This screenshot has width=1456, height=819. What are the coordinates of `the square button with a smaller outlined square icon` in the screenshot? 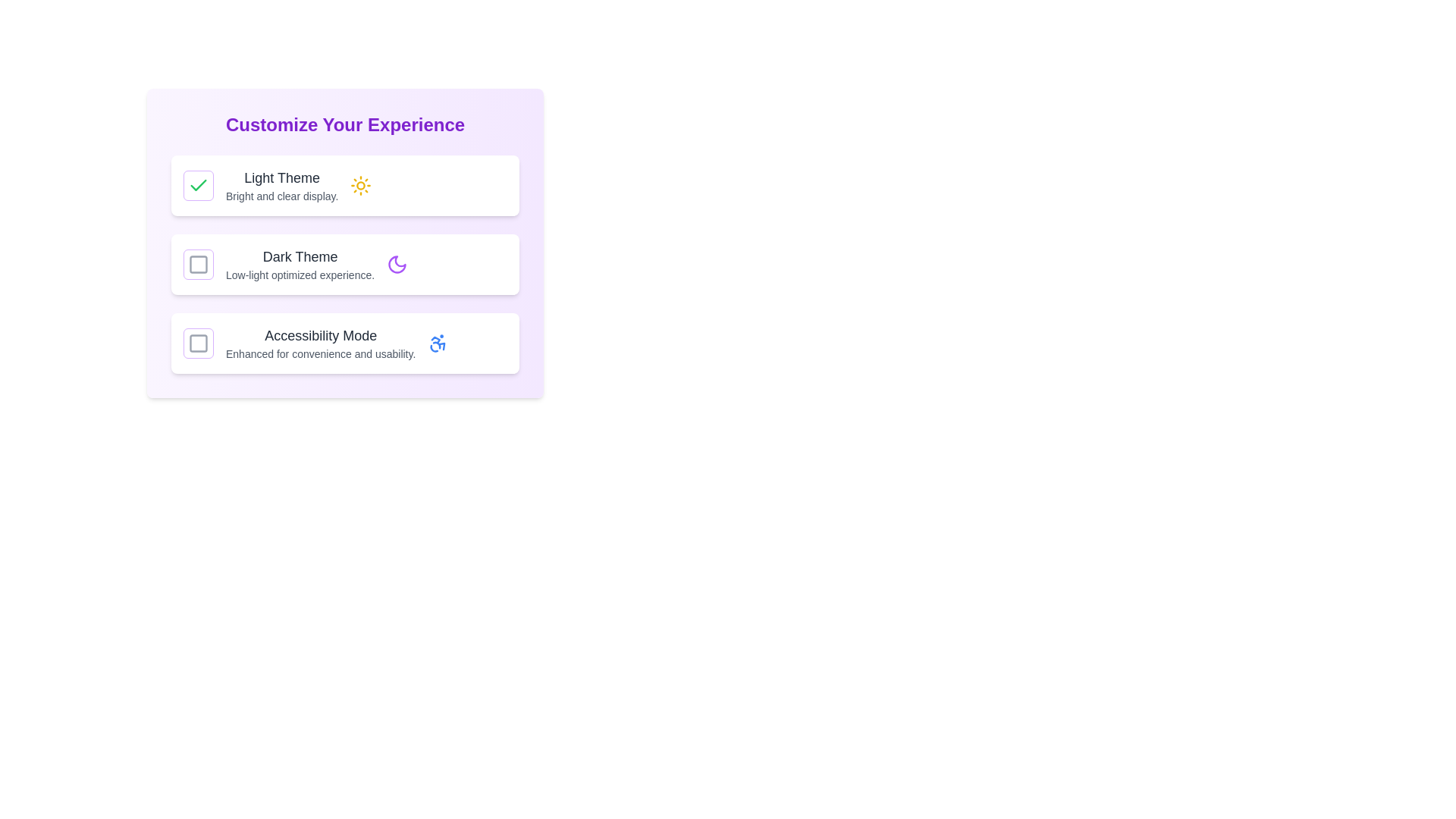 It's located at (198, 343).